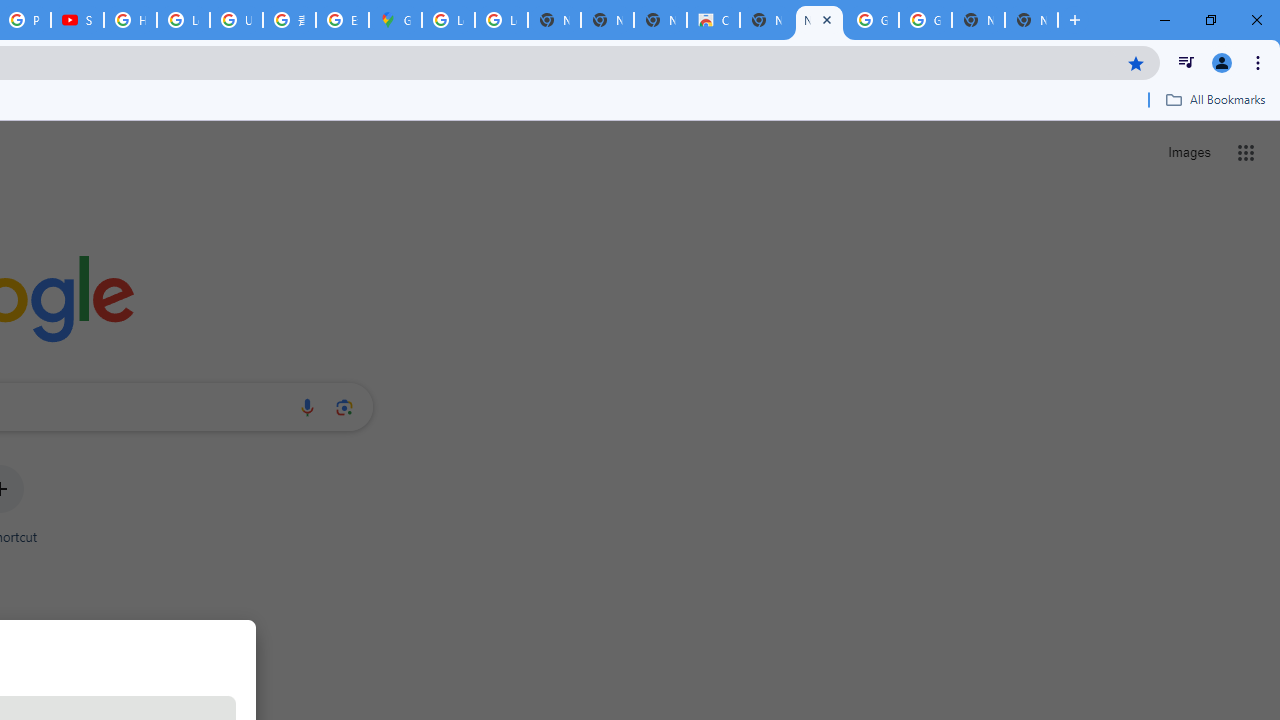  What do you see at coordinates (1214, 99) in the screenshot?
I see `'All Bookmarks'` at bounding box center [1214, 99].